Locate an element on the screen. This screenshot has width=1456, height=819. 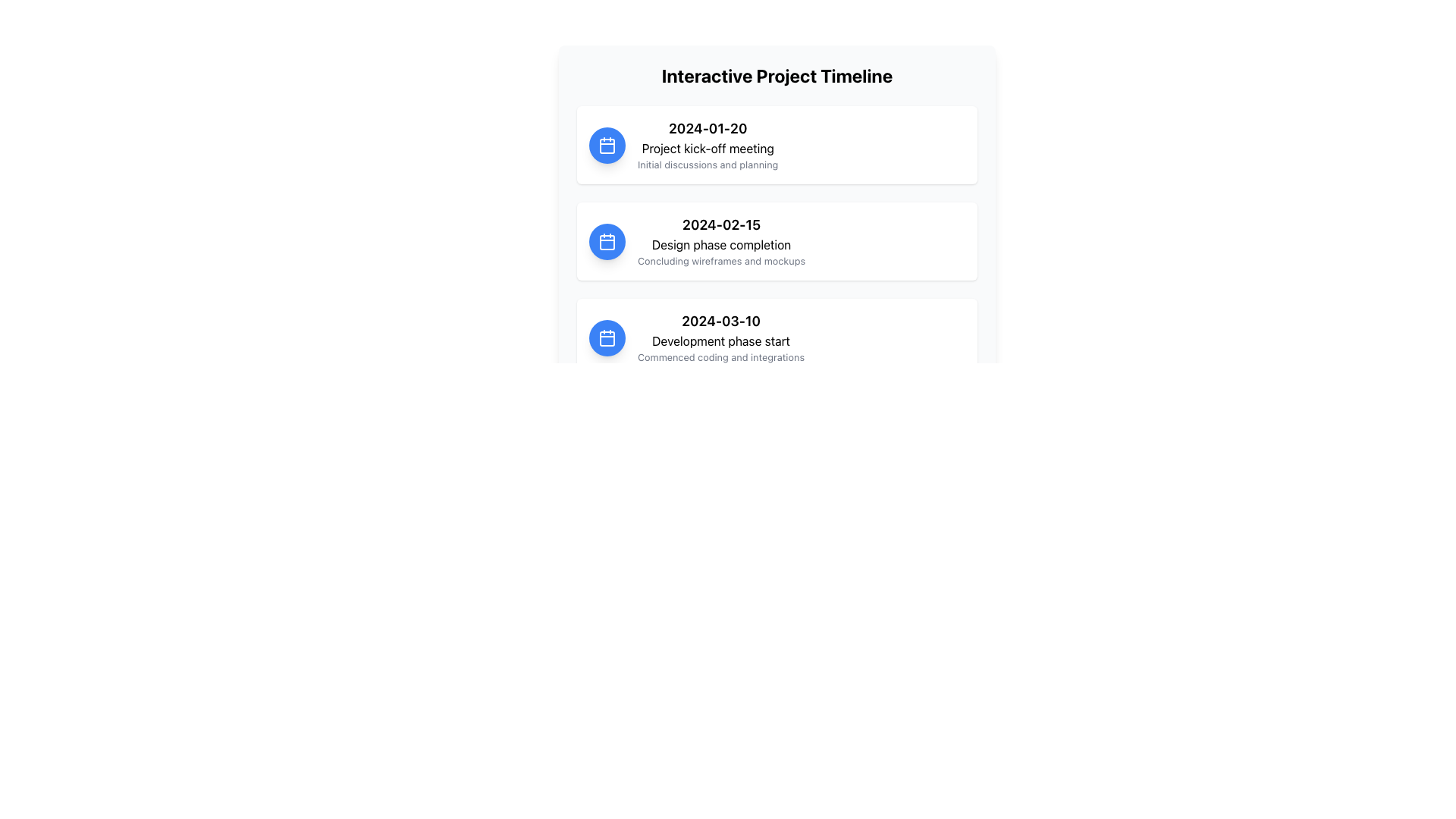
title text of the milestone located between the date '2024-02-15' and the description 'Concluding wireframes and mockups' in the timeline is located at coordinates (720, 244).